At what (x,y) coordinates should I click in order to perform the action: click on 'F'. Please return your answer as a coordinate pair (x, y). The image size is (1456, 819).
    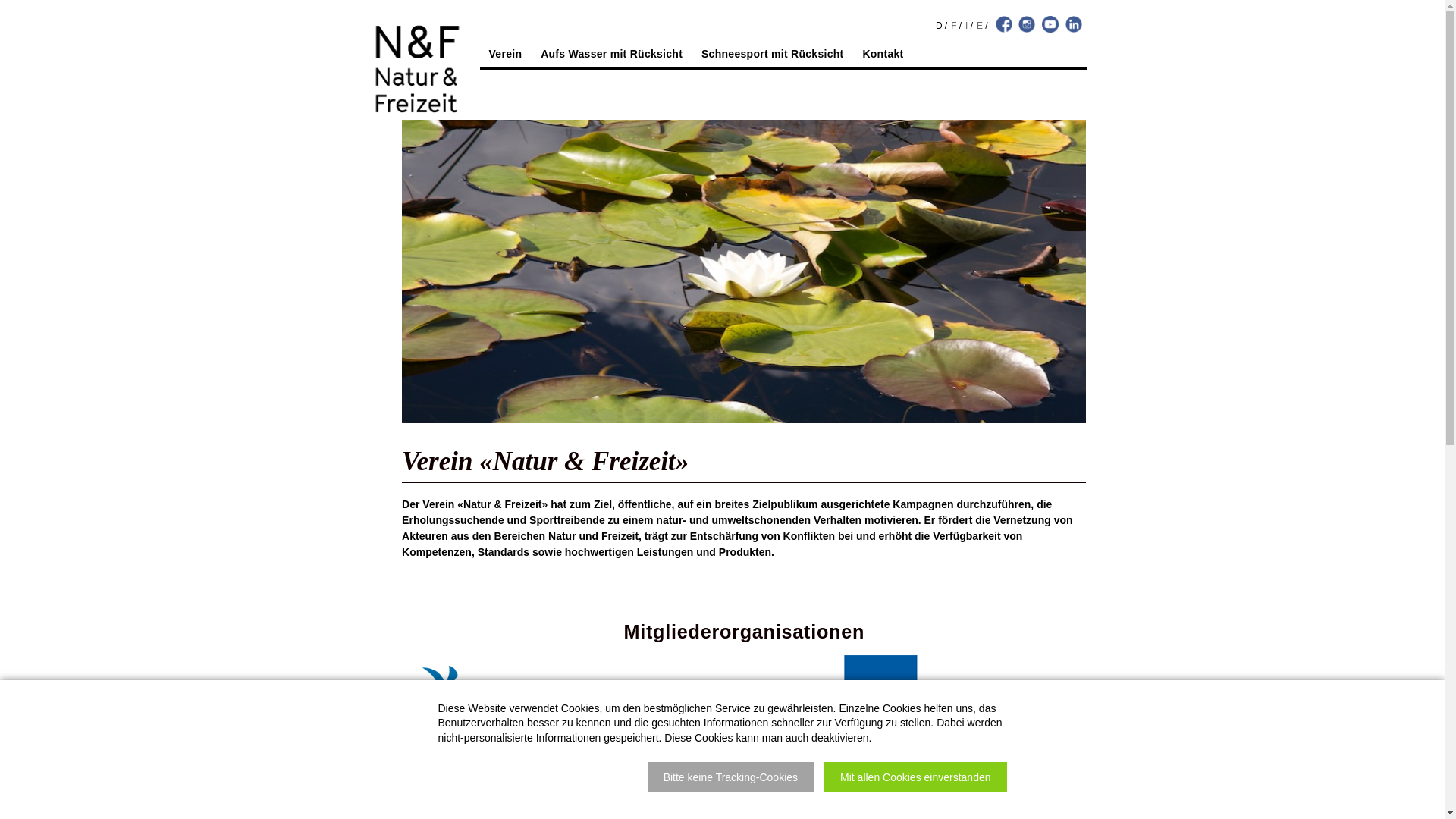
    Looking at the image, I should click on (952, 26).